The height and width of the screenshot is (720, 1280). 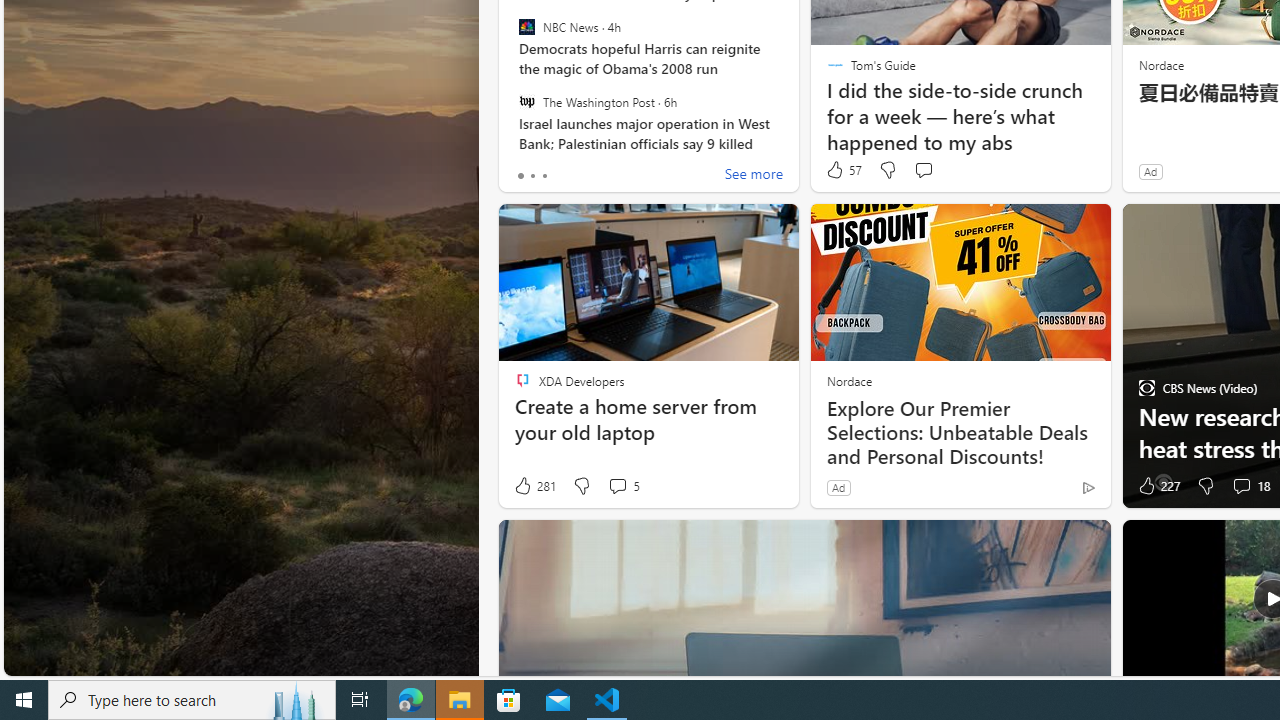 What do you see at coordinates (532, 175) in the screenshot?
I see `'tab-1'` at bounding box center [532, 175].